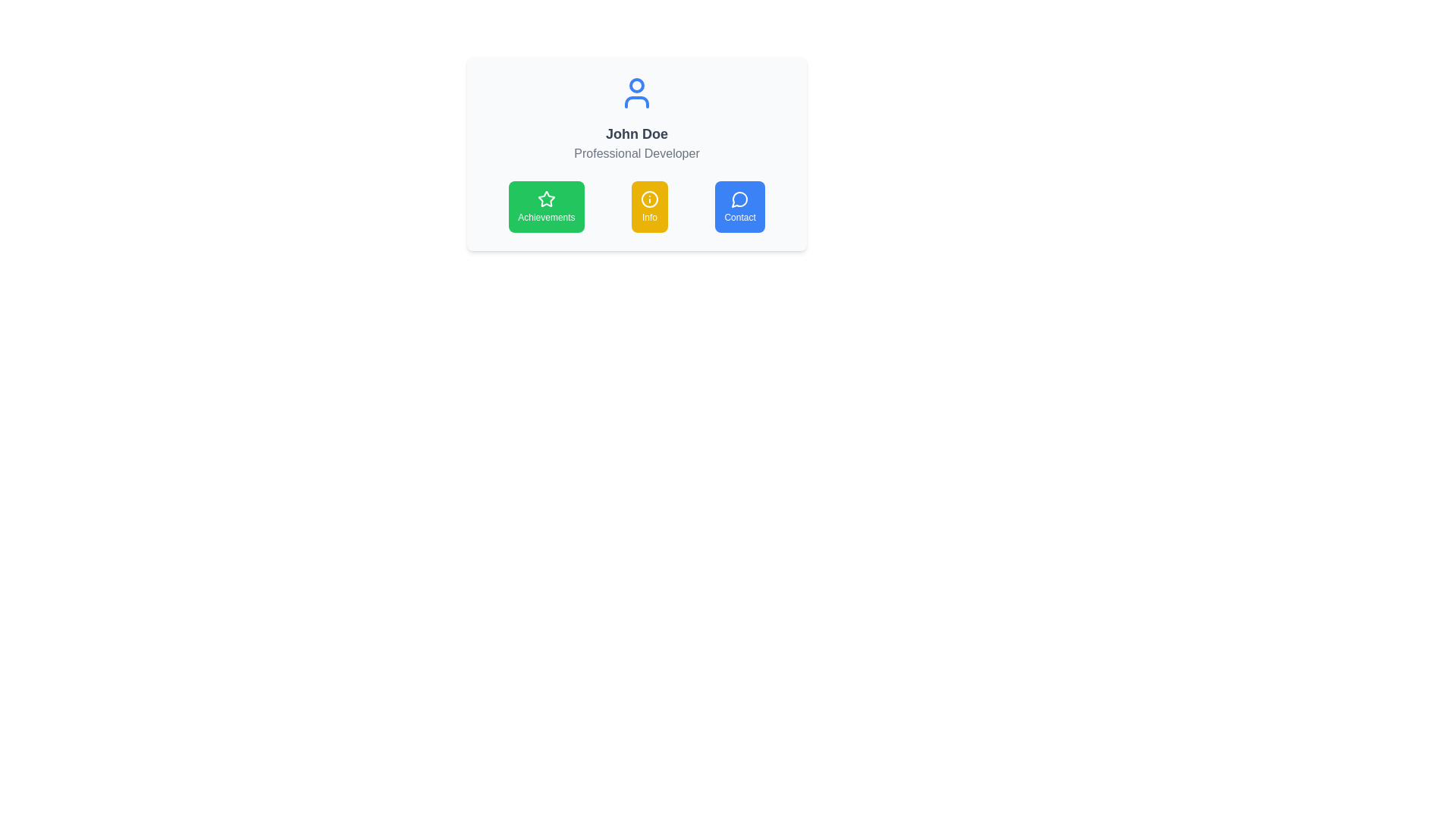  What do you see at coordinates (546, 198) in the screenshot?
I see `the icon within the 'Achievements' button that symbolizes recognition or awards, located to the left of the 'Info' and 'Contact' buttons` at bounding box center [546, 198].